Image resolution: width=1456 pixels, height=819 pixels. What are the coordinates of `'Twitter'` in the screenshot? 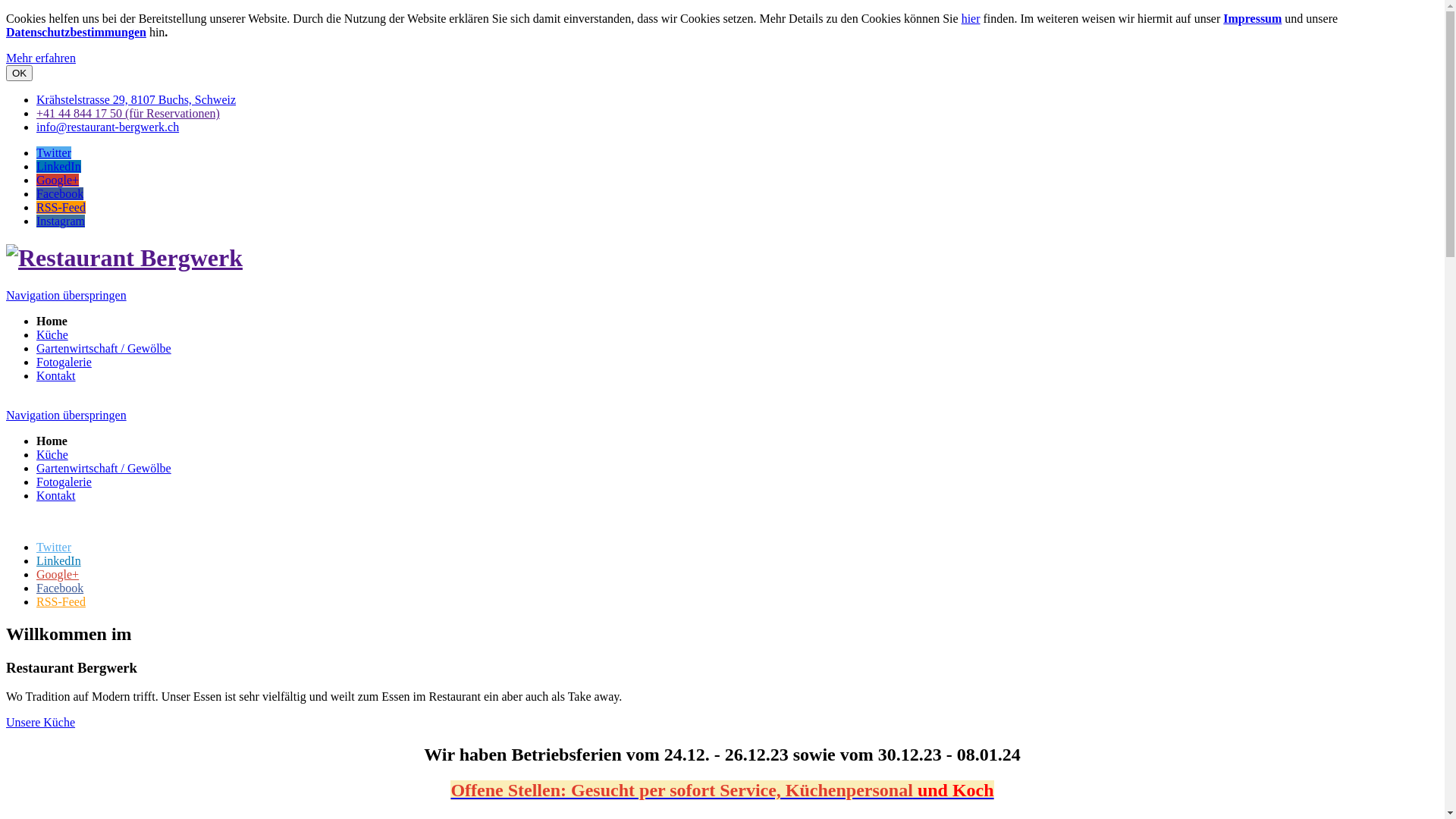 It's located at (36, 547).